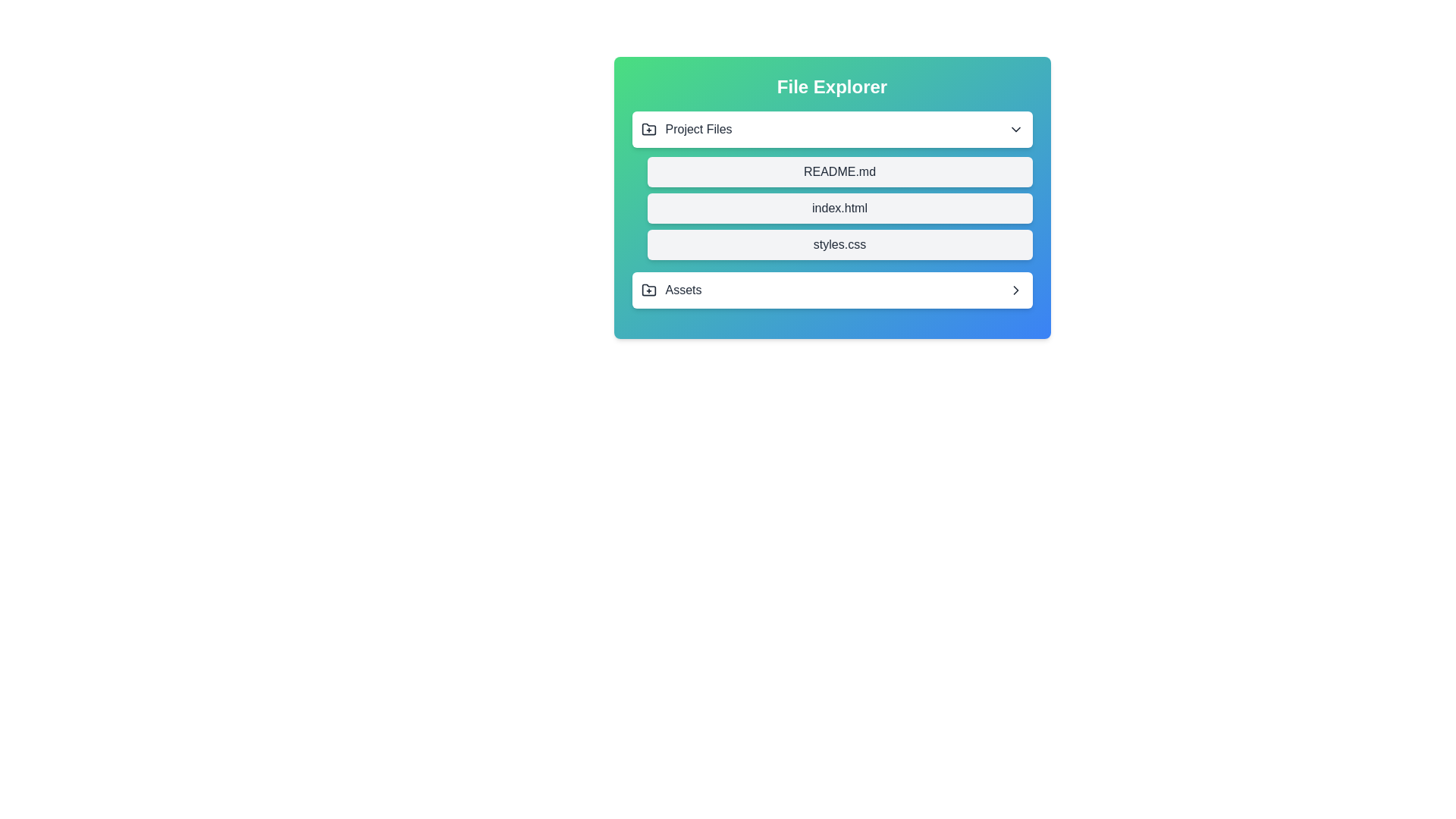 The image size is (1456, 819). What do you see at coordinates (670, 290) in the screenshot?
I see `the label representing the 'Assets' folder` at bounding box center [670, 290].